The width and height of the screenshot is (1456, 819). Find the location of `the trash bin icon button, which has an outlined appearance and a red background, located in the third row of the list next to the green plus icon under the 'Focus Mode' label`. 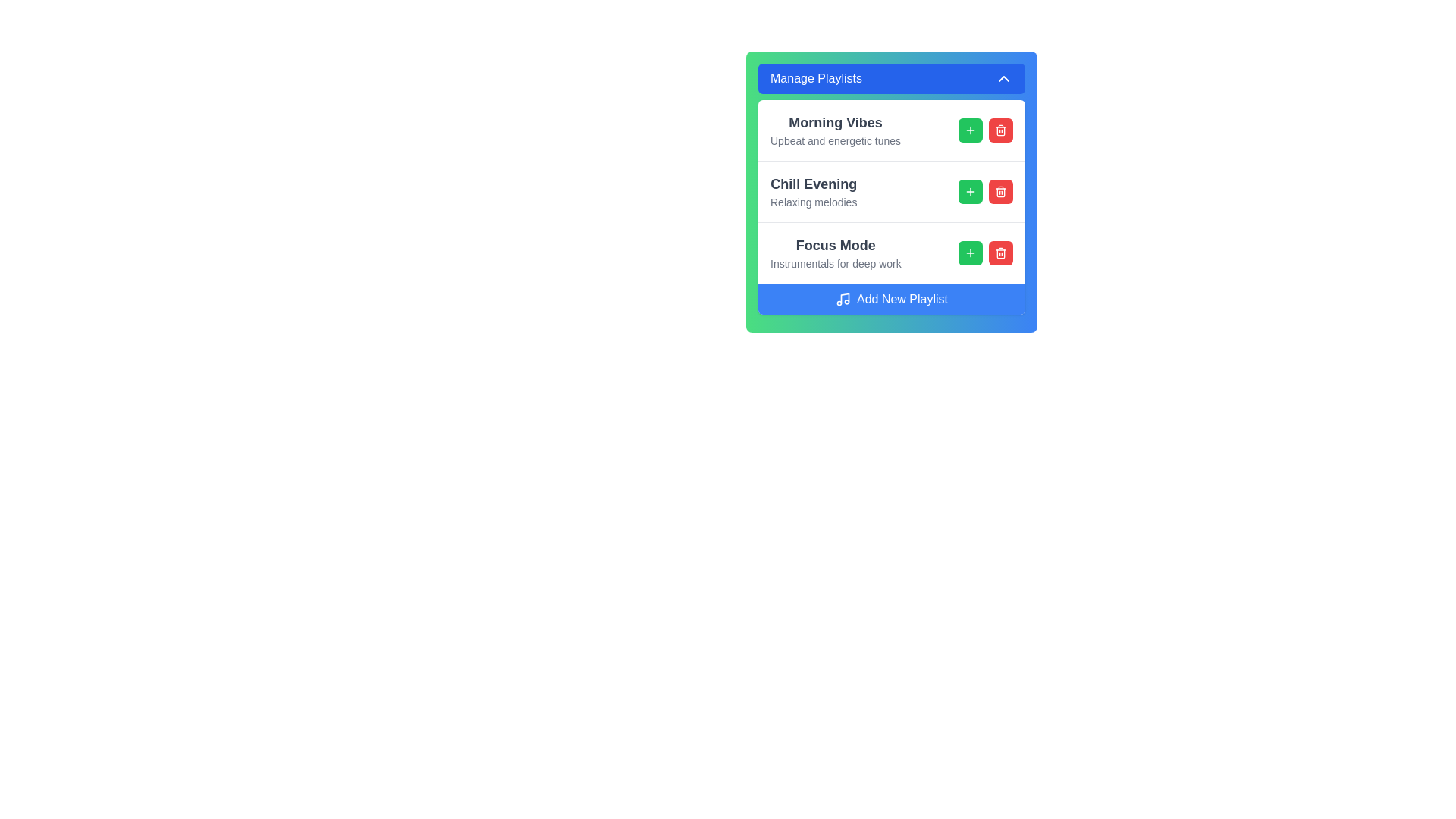

the trash bin icon button, which has an outlined appearance and a red background, located in the third row of the list next to the green plus icon under the 'Focus Mode' label is located at coordinates (1001, 253).